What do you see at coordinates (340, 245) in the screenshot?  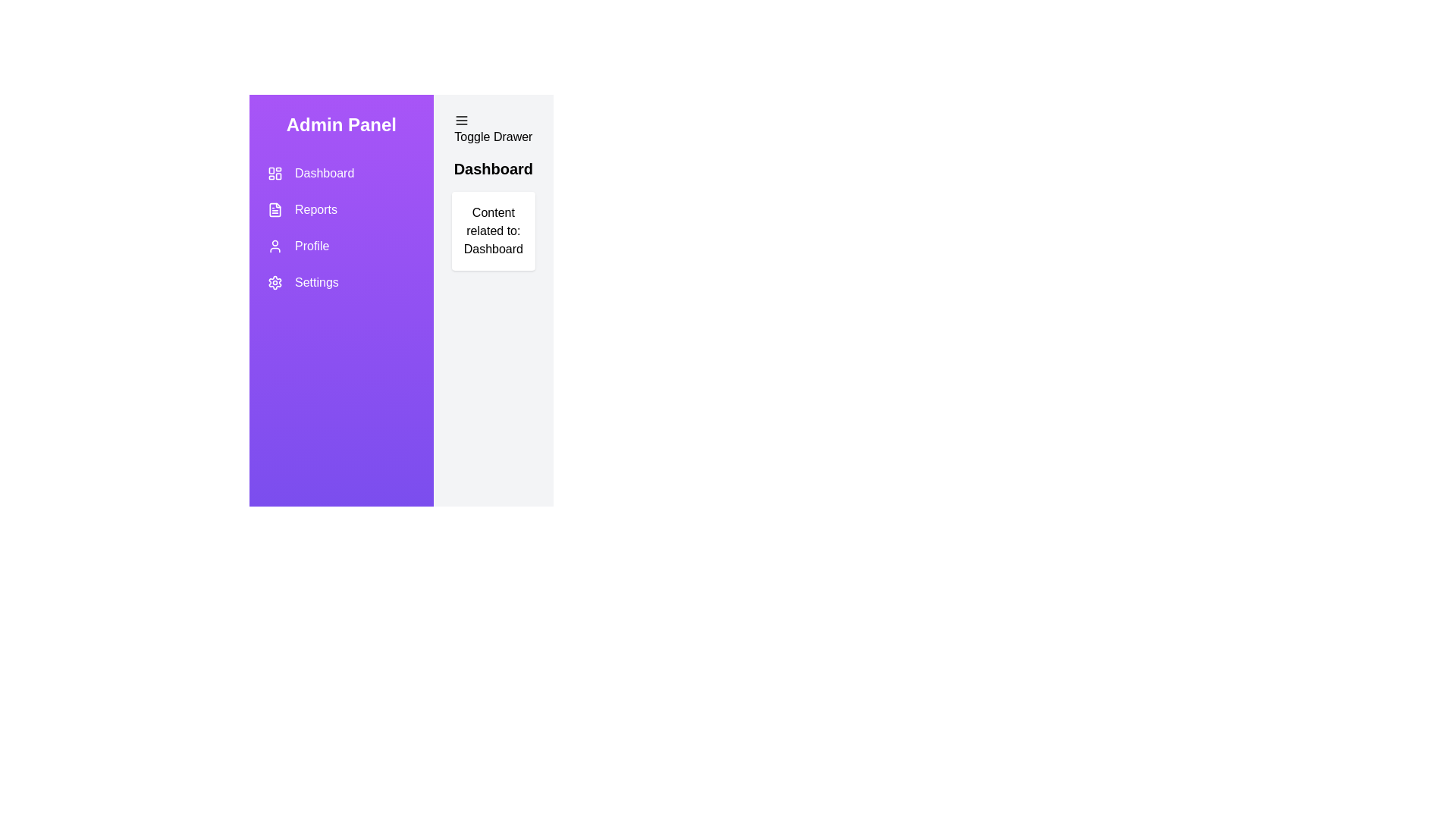 I see `the Profile section from the navigation menu` at bounding box center [340, 245].